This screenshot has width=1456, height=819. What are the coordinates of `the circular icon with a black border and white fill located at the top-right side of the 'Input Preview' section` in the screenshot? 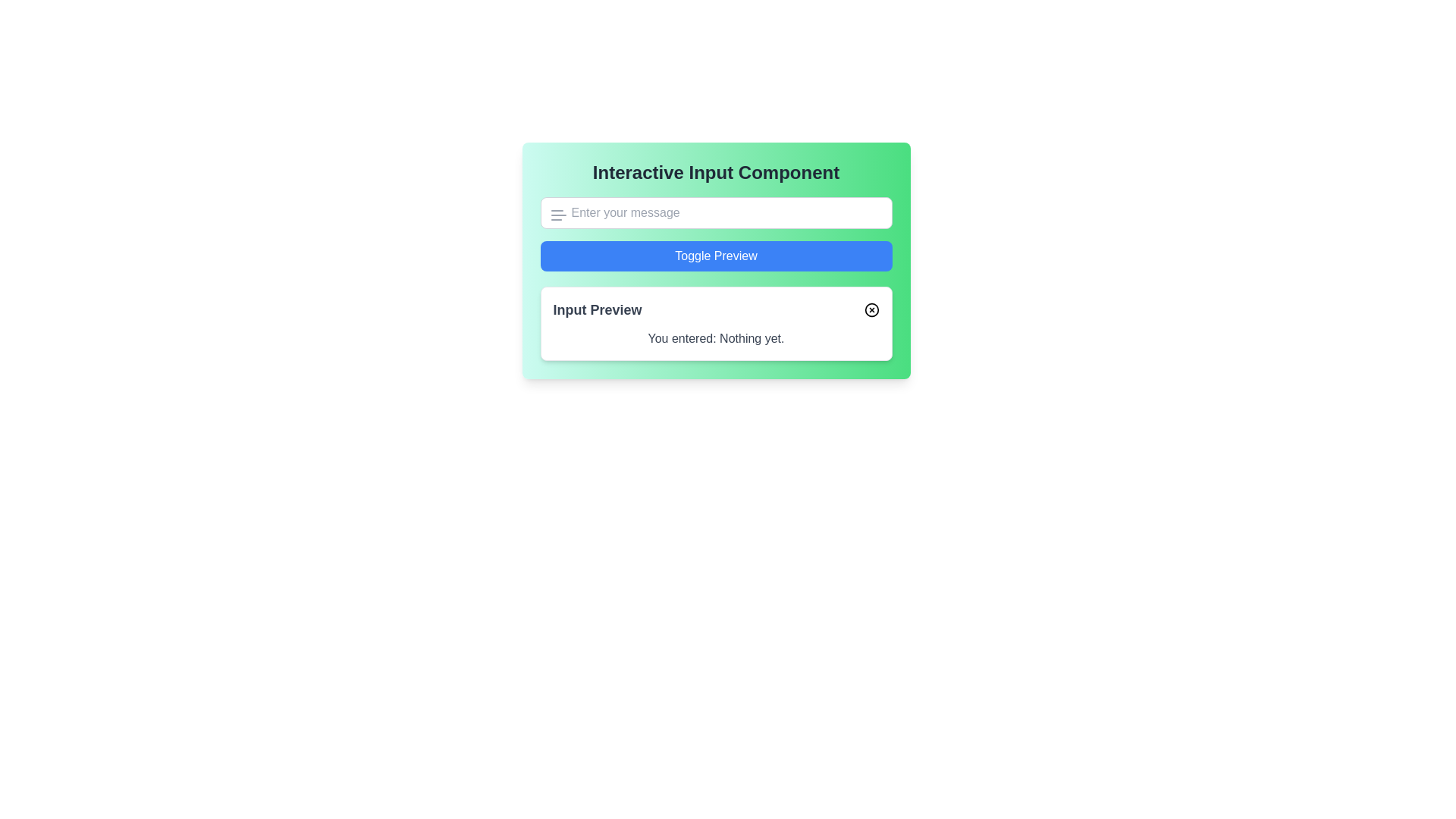 It's located at (871, 309).